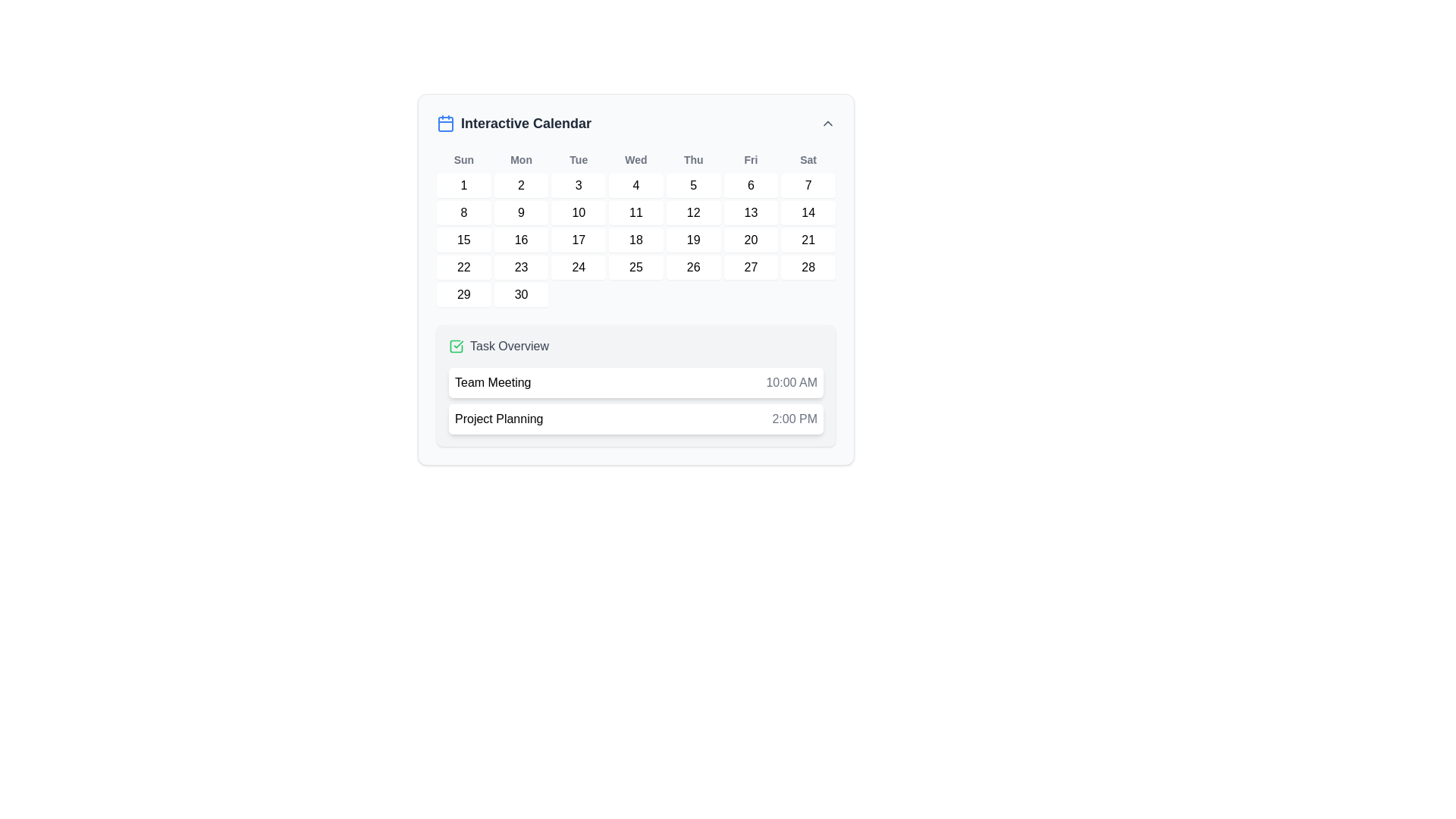  What do you see at coordinates (636, 239) in the screenshot?
I see `the calendar date tile representing the 18th` at bounding box center [636, 239].